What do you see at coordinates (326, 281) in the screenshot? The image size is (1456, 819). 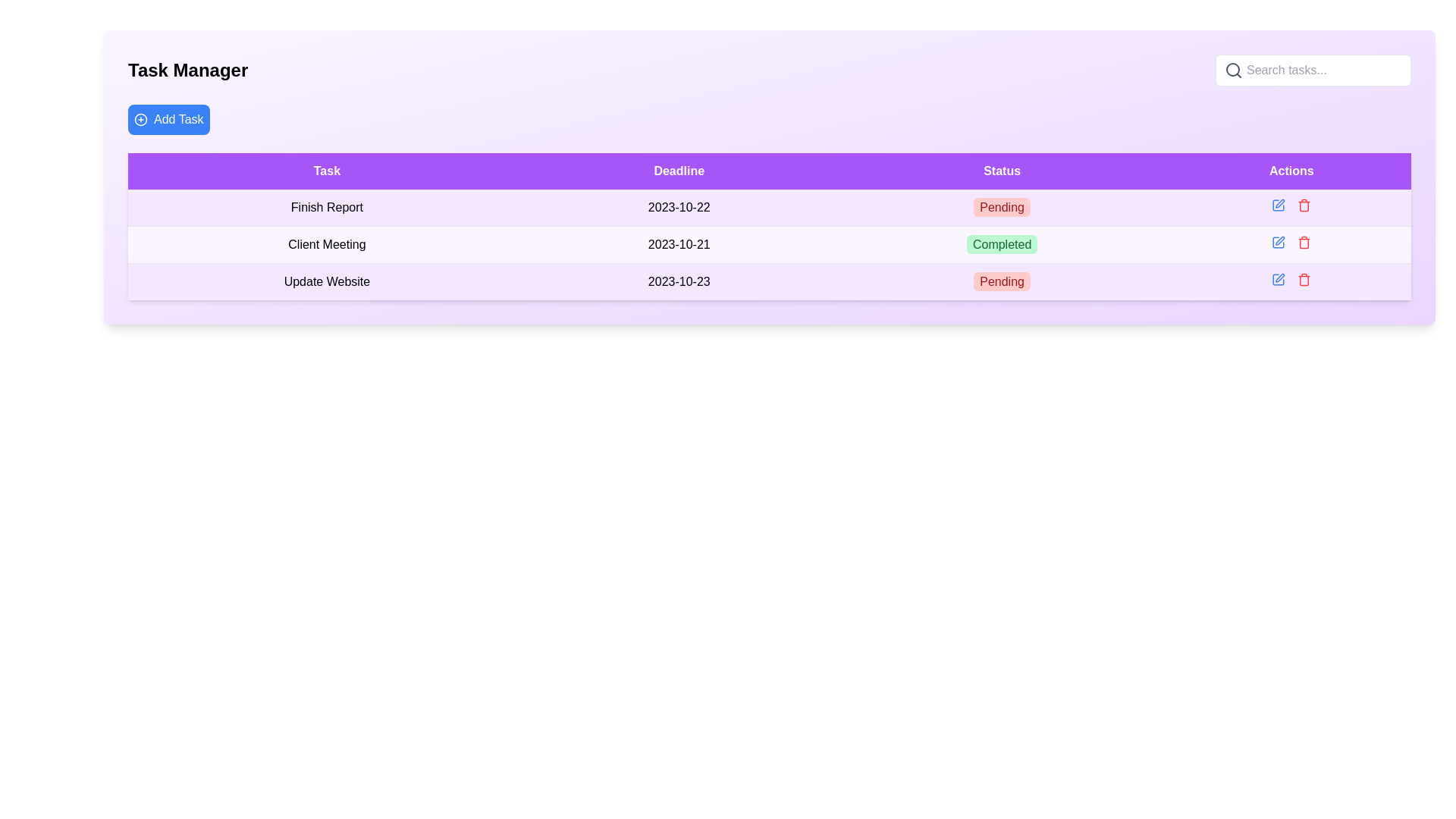 I see `the textual label that says 'Update Website', which is located in the 'Task' column of the third row of the table layout, directly below 'Client Meeting'` at bounding box center [326, 281].